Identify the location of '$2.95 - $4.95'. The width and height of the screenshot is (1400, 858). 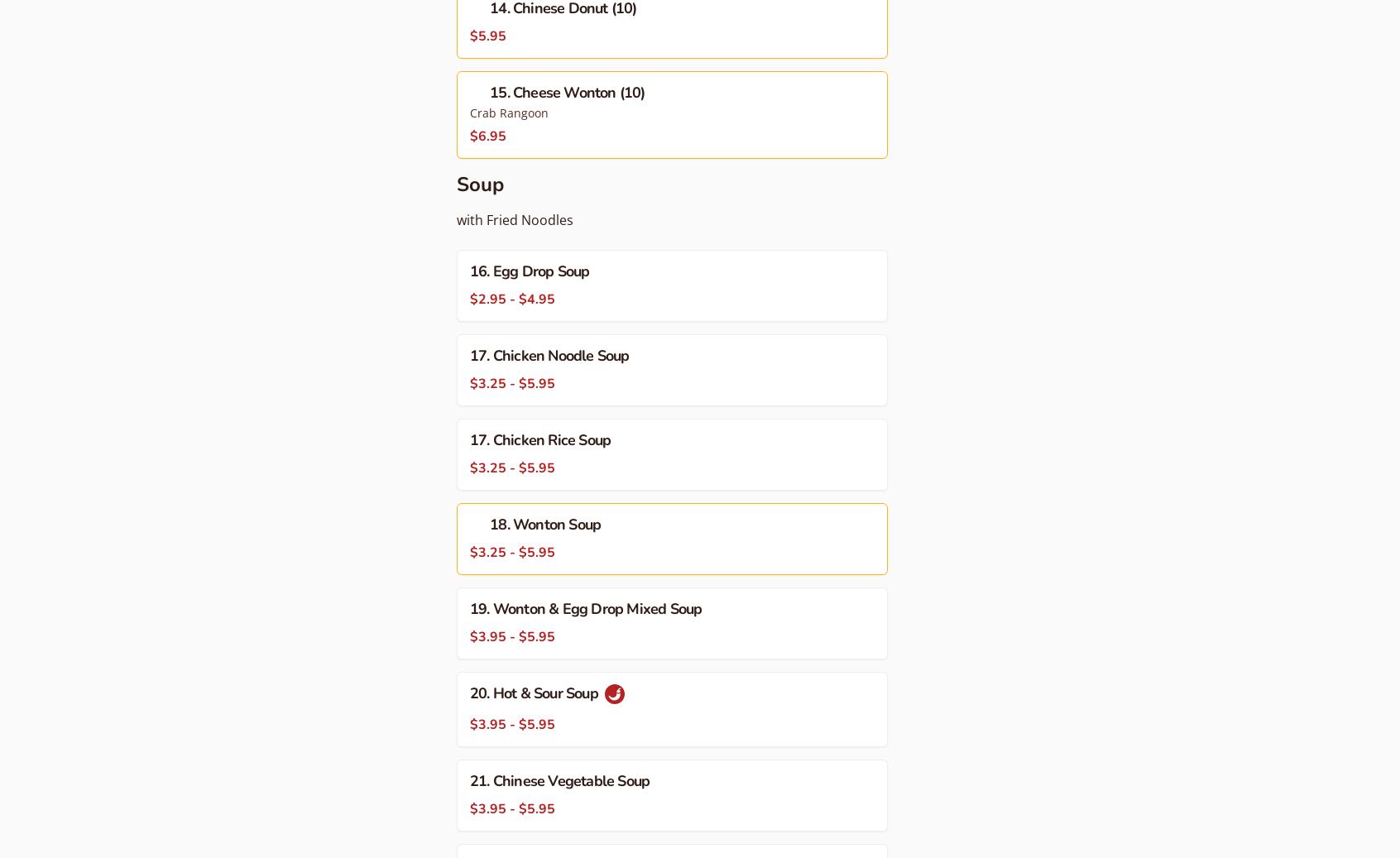
(511, 299).